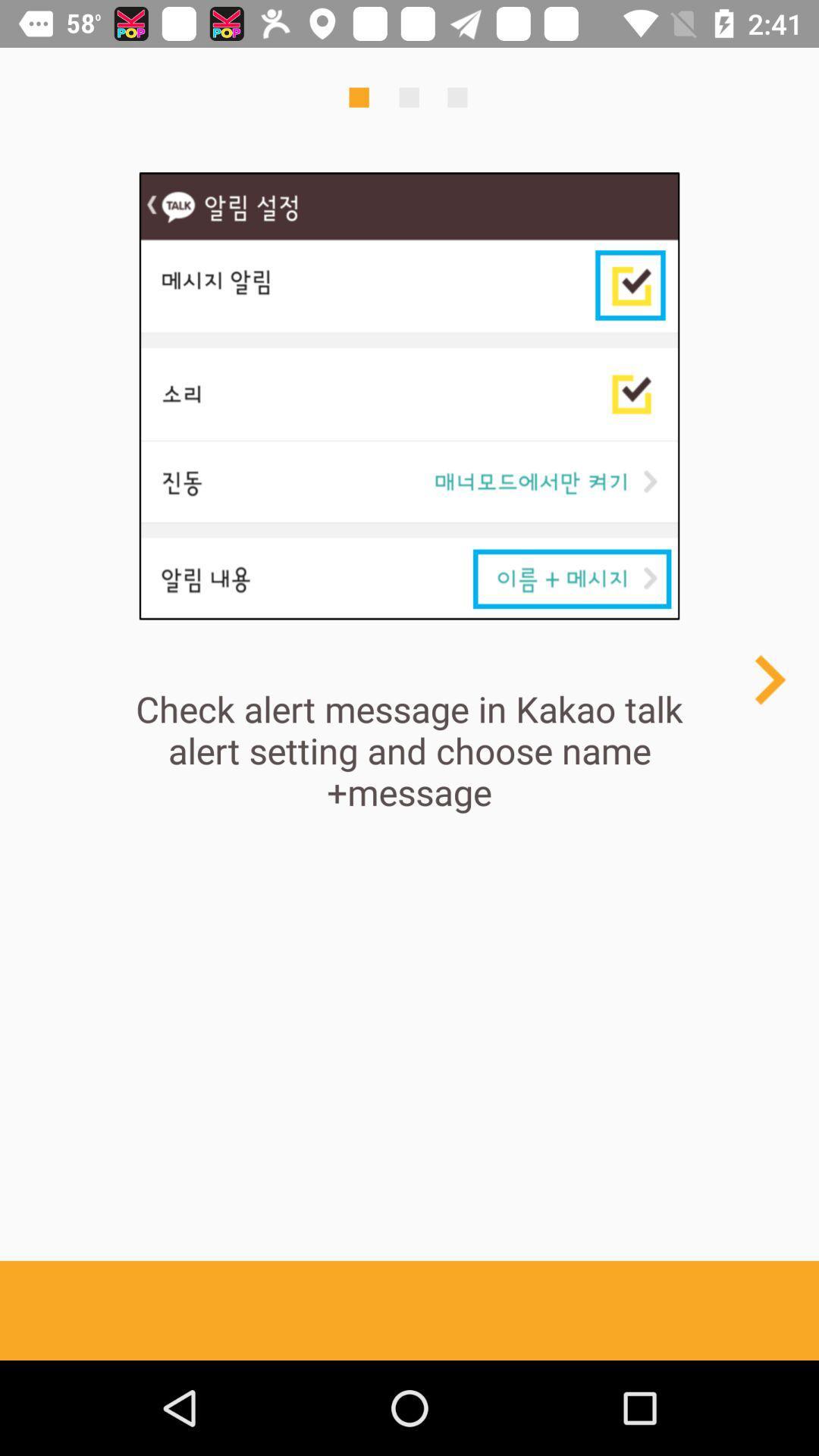  What do you see at coordinates (769, 679) in the screenshot?
I see `advance to next page` at bounding box center [769, 679].